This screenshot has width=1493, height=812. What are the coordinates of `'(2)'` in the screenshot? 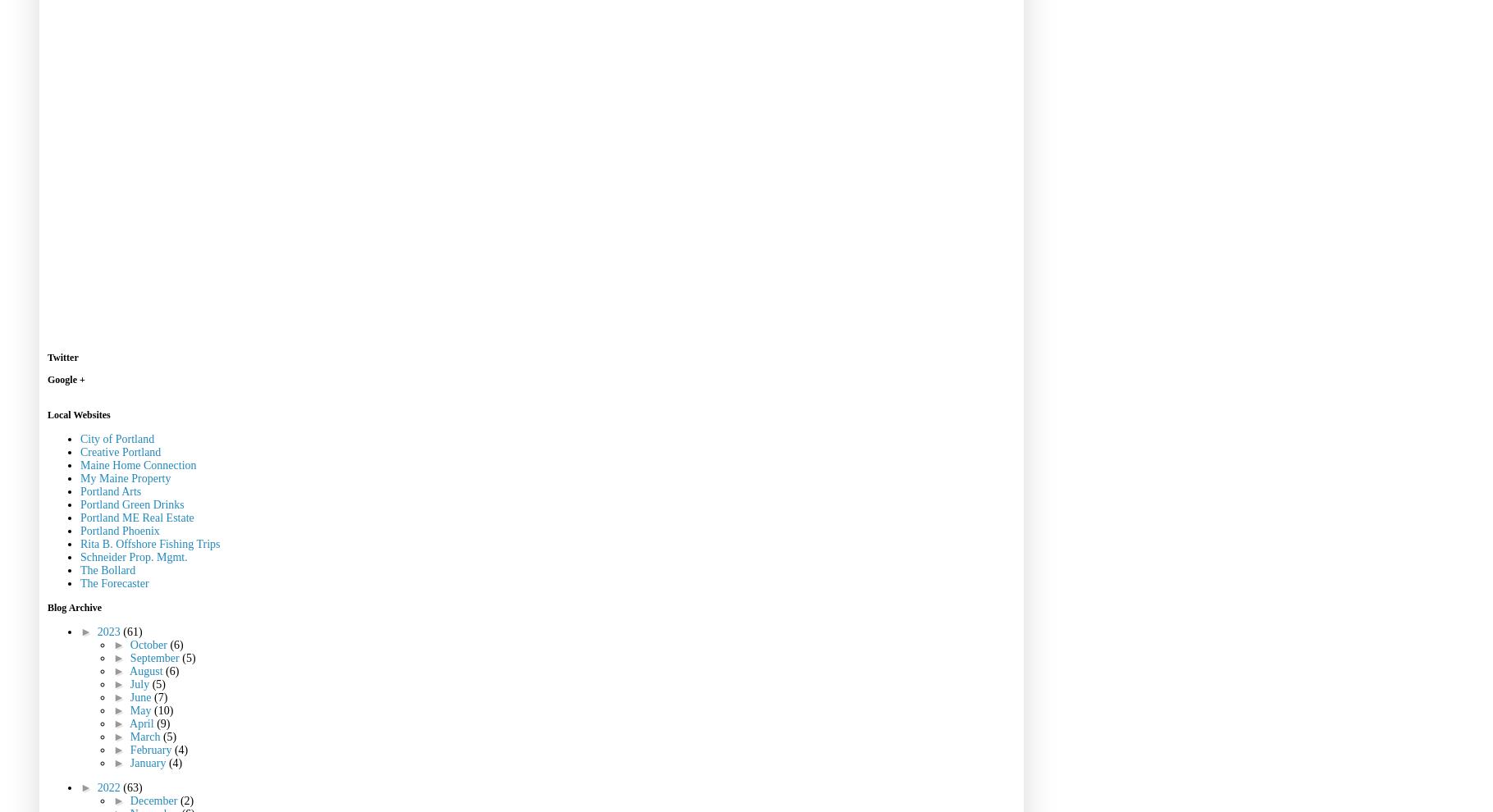 It's located at (186, 800).